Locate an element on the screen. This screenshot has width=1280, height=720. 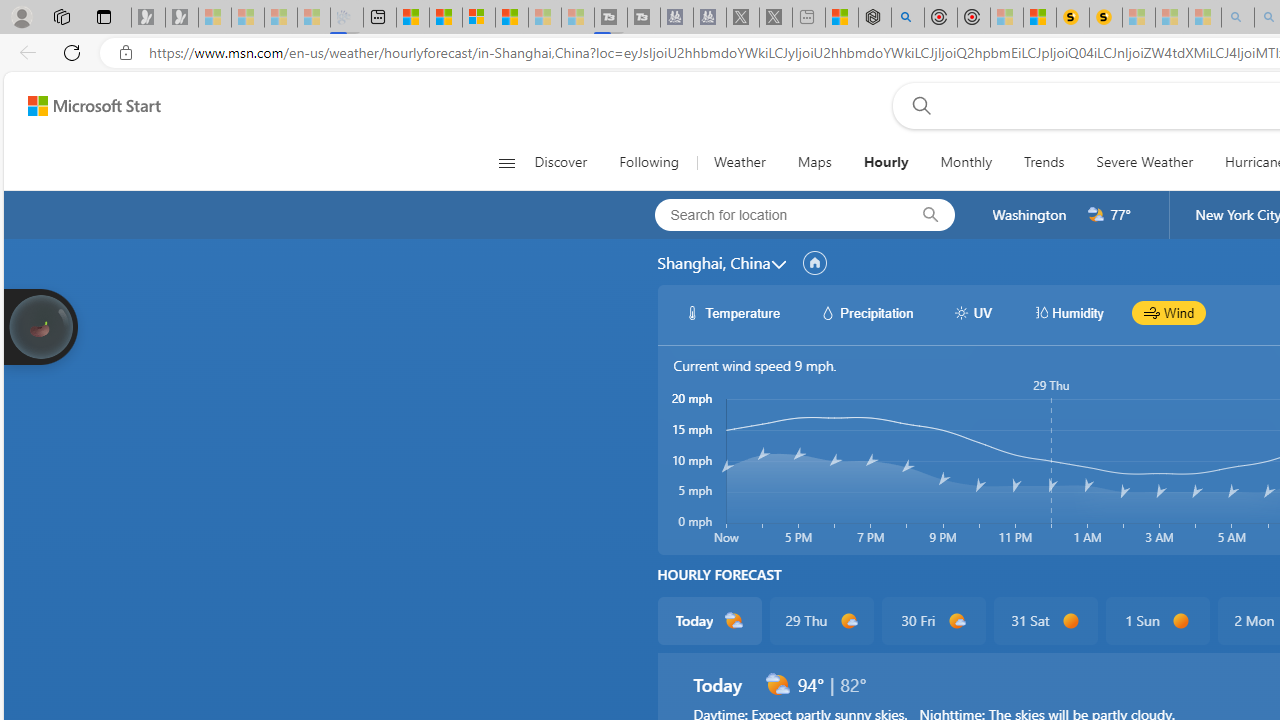
'Overview' is located at coordinates (478, 17).